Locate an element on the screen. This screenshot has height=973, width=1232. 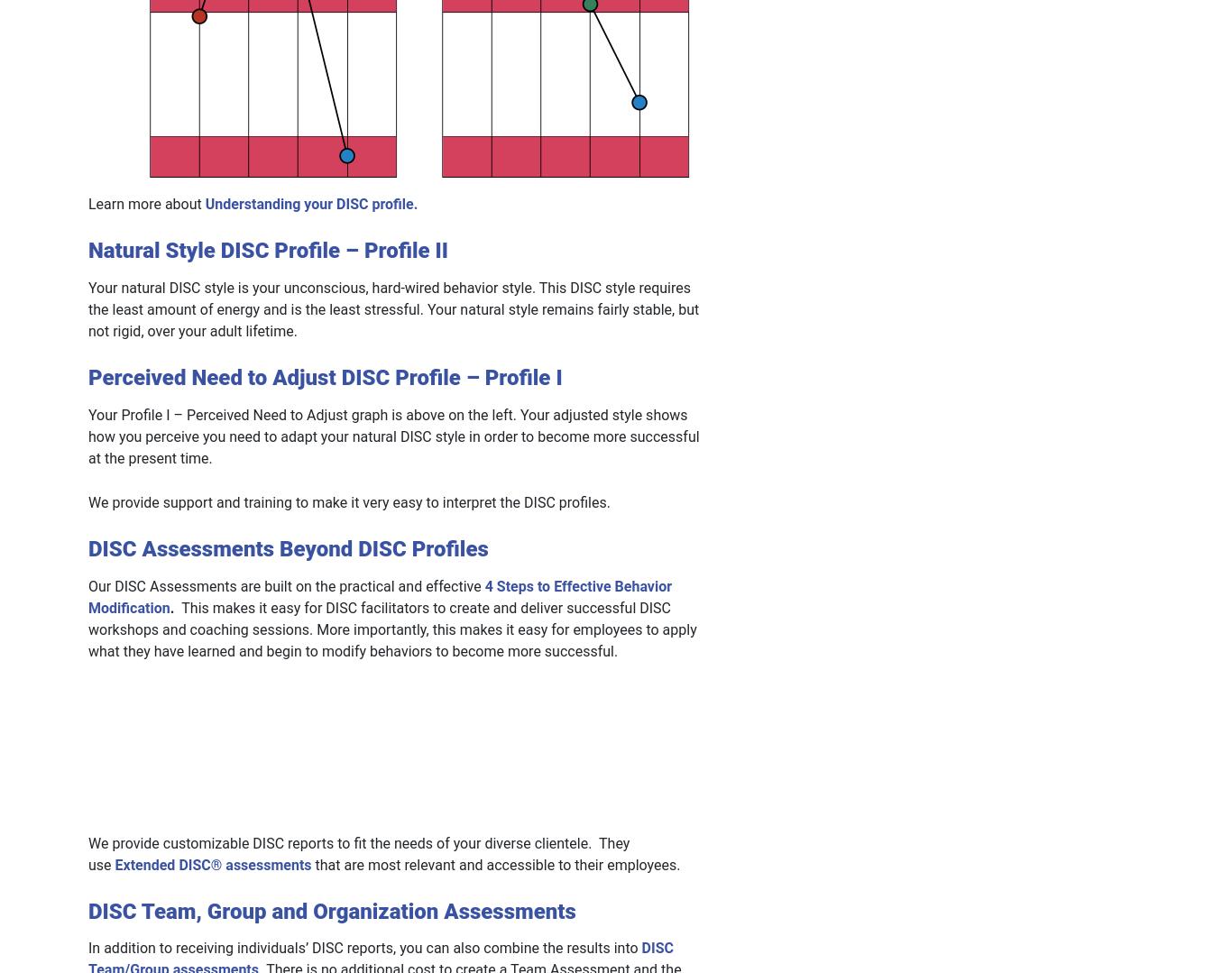
'Your Profile I – Perceived Need to Adjust graph is above on the left. Your adjusted style shows how you perceive you need to adapt your natural DISC style in order to become more successful at the present time.' is located at coordinates (392, 435).